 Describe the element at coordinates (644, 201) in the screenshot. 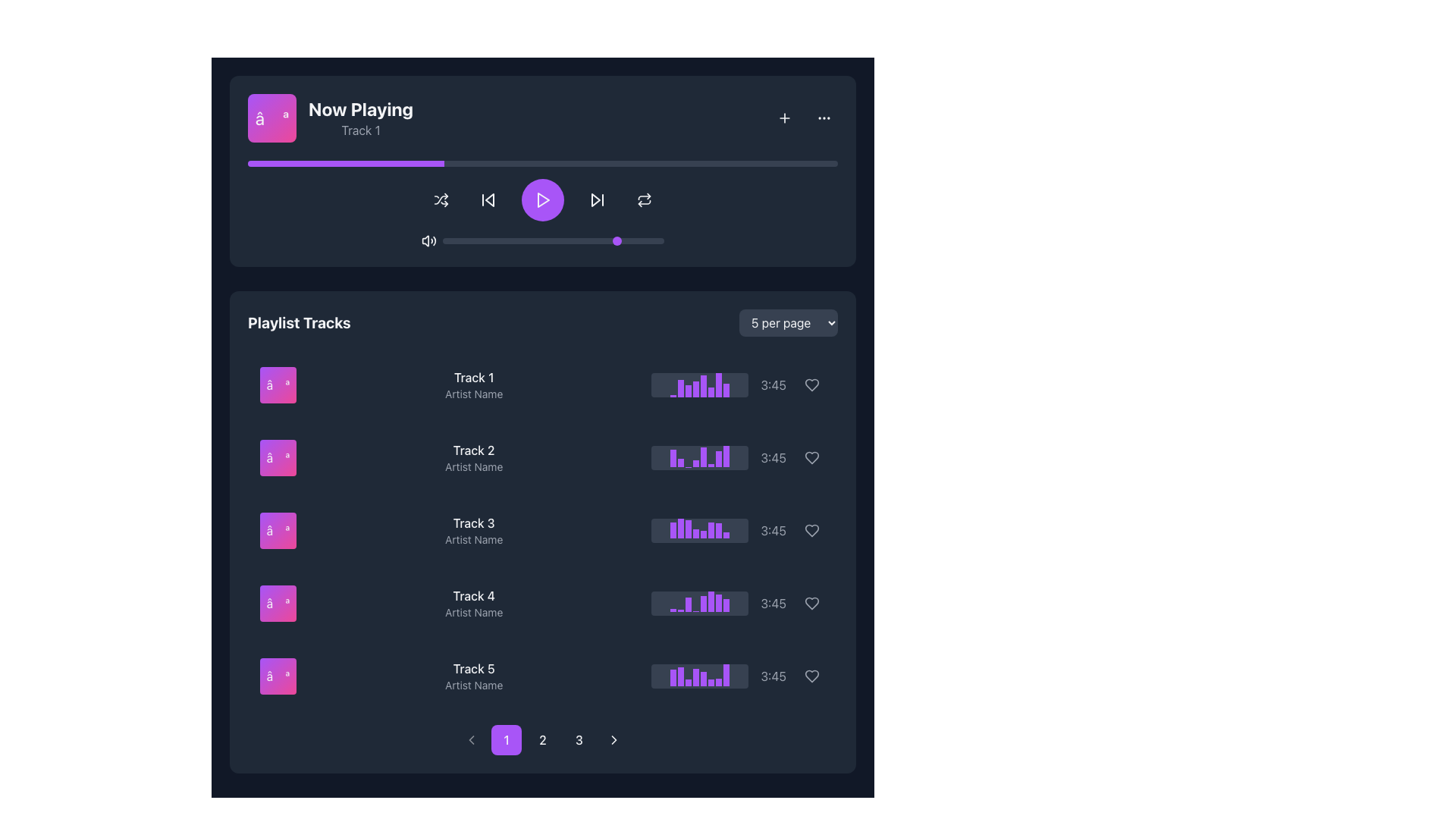

I see `the bottom half of the repeat arrow icon, which is located in the bottom right among the four paths inside its boundary` at that location.